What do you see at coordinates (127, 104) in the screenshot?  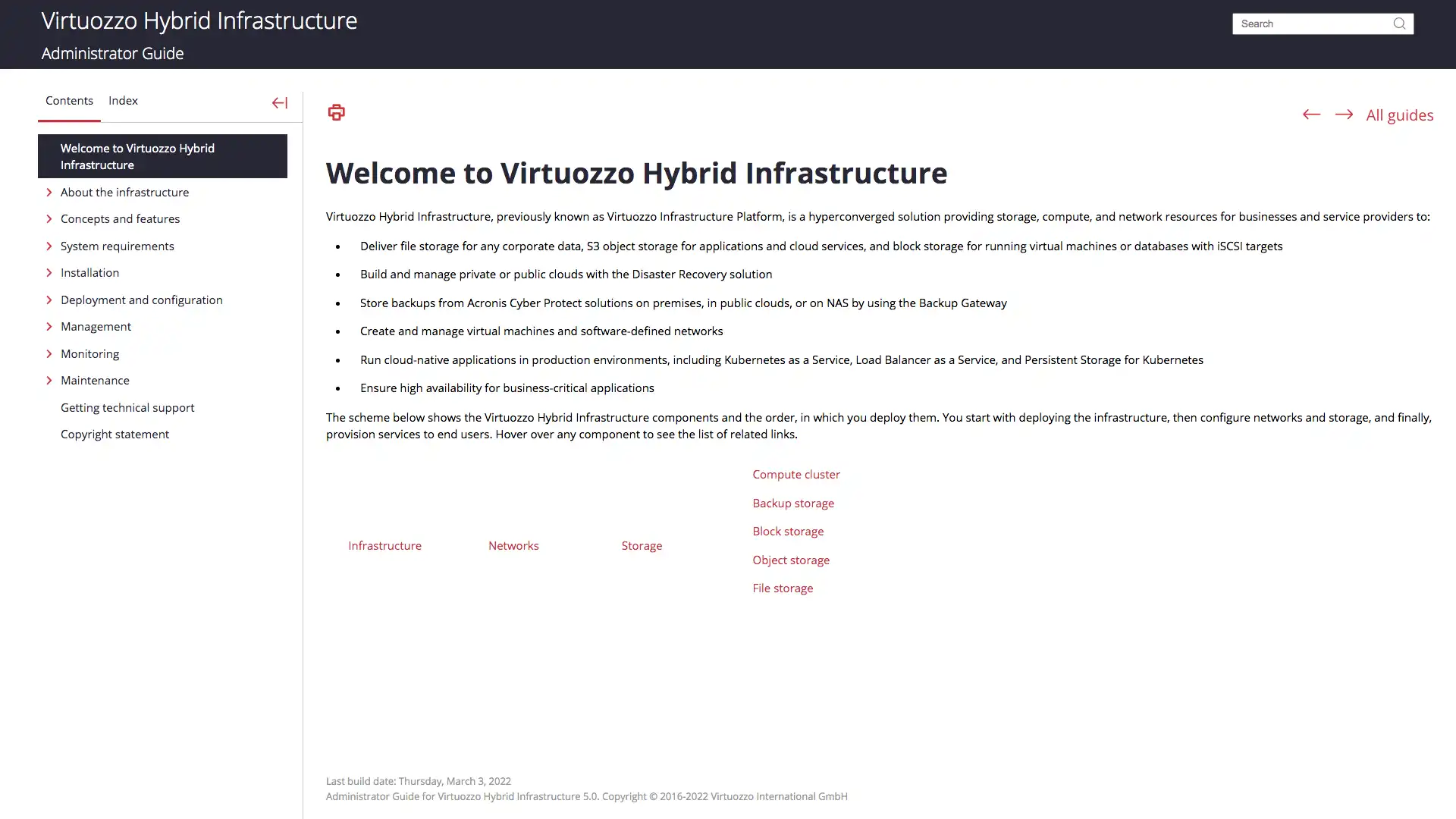 I see `Index` at bounding box center [127, 104].